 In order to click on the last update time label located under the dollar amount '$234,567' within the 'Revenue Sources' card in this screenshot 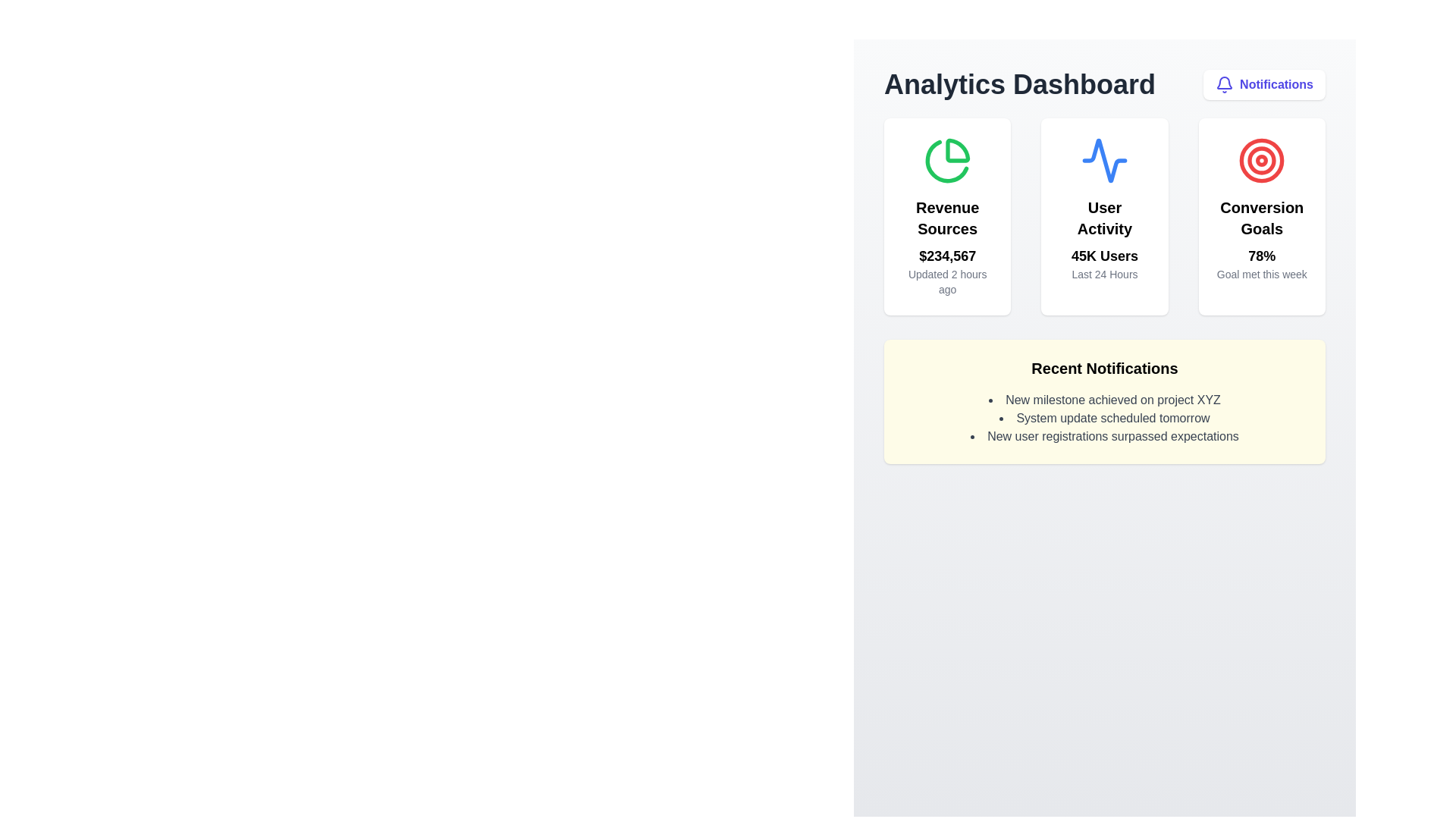, I will do `click(946, 281)`.